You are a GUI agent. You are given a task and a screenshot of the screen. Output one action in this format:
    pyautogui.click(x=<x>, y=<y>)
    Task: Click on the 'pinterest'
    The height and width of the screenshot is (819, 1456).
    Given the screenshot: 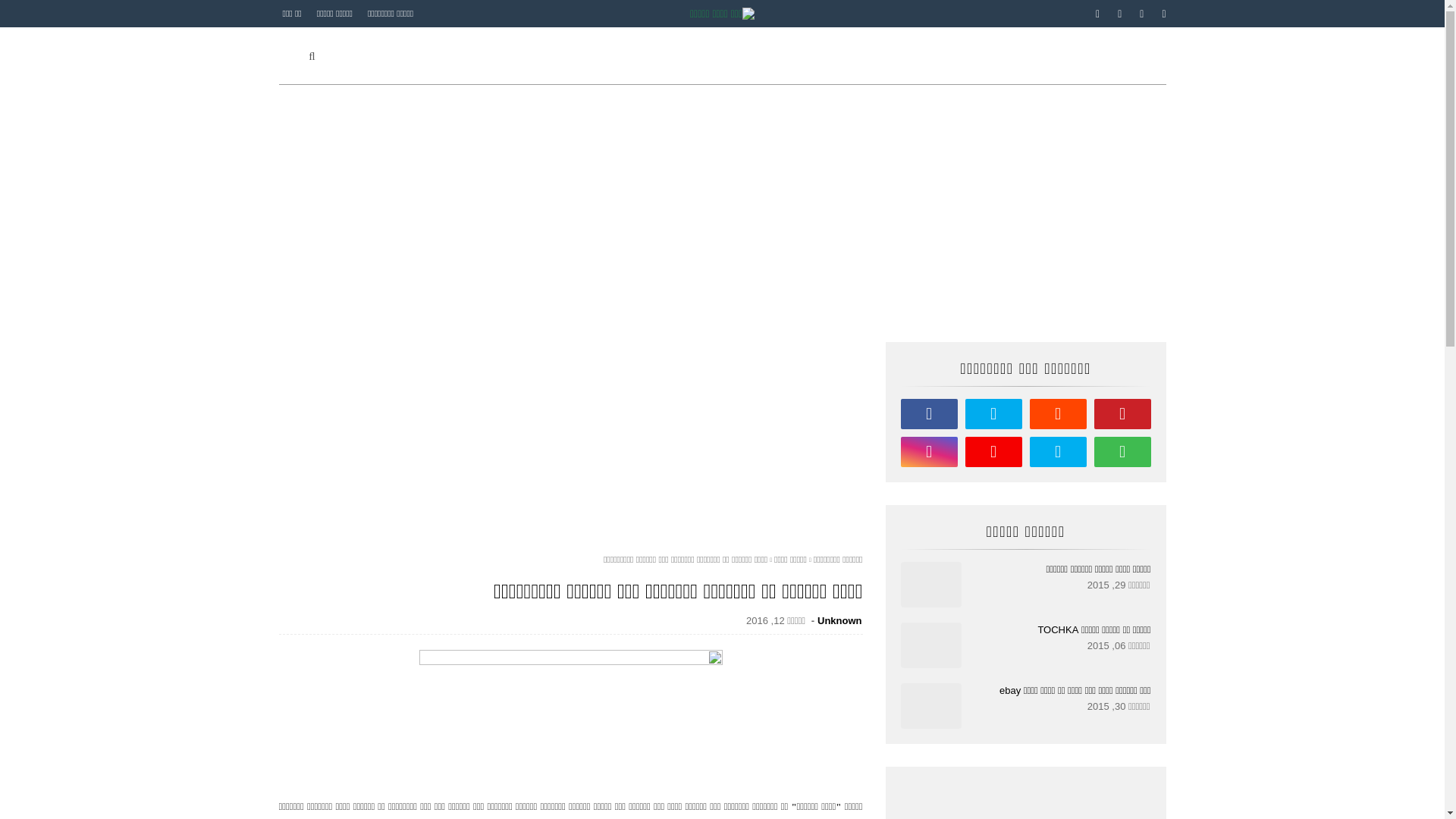 What is the action you would take?
    pyautogui.click(x=1156, y=13)
    